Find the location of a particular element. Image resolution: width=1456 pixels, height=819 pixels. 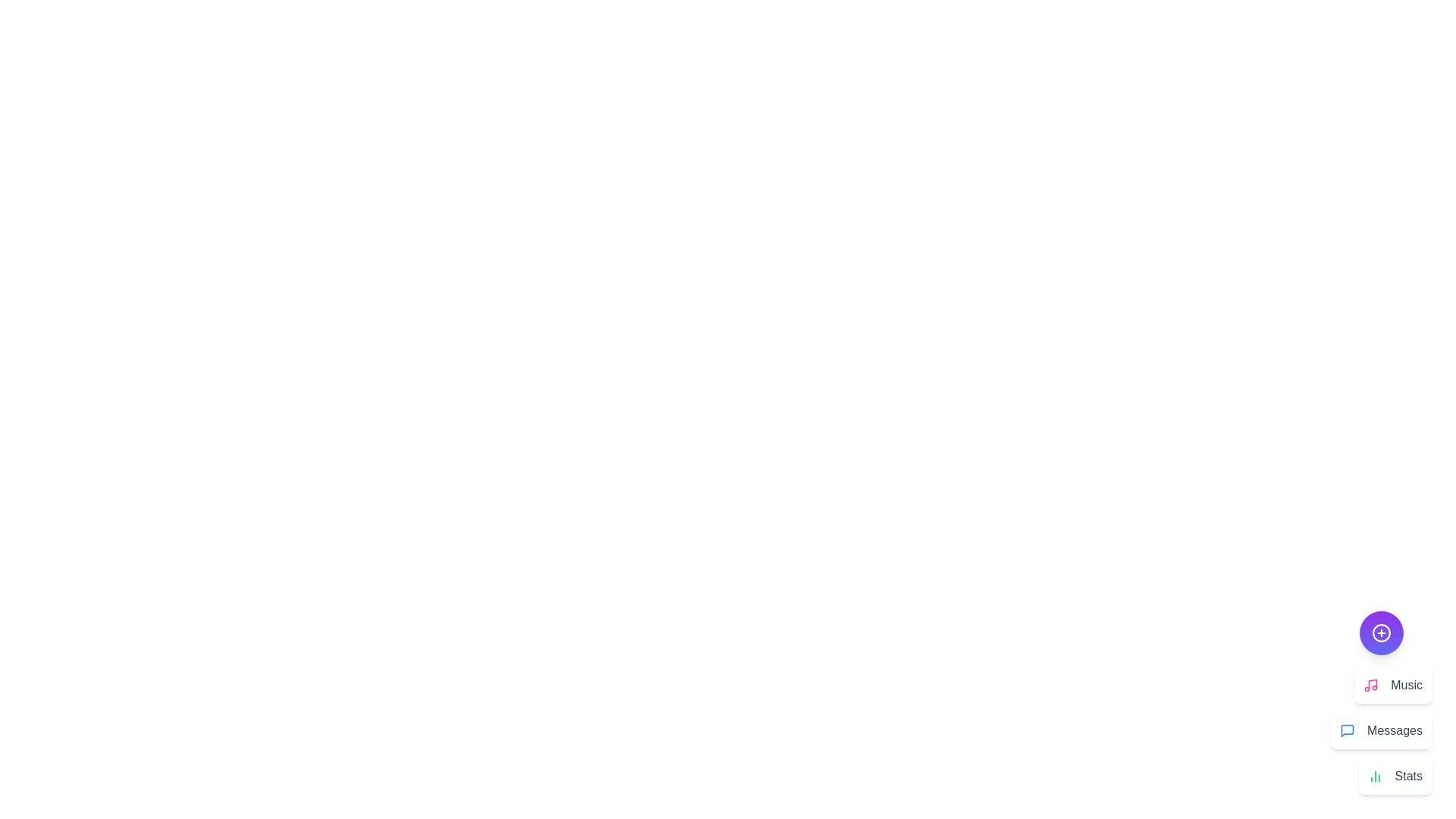

the purple circular button to toggle the menu's visibility is located at coordinates (1380, 632).